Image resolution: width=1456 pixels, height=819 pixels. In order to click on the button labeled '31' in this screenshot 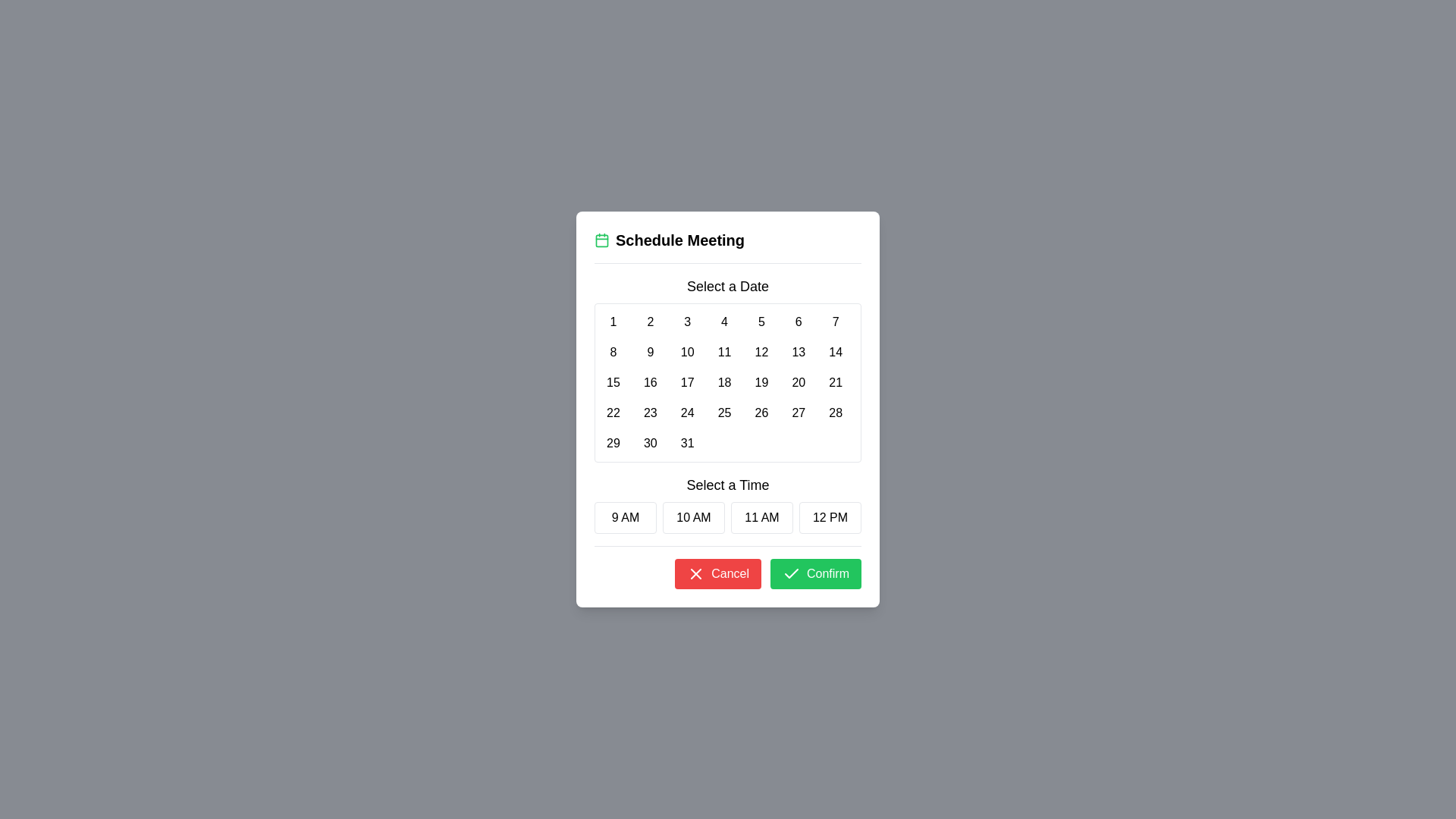, I will do `click(686, 444)`.